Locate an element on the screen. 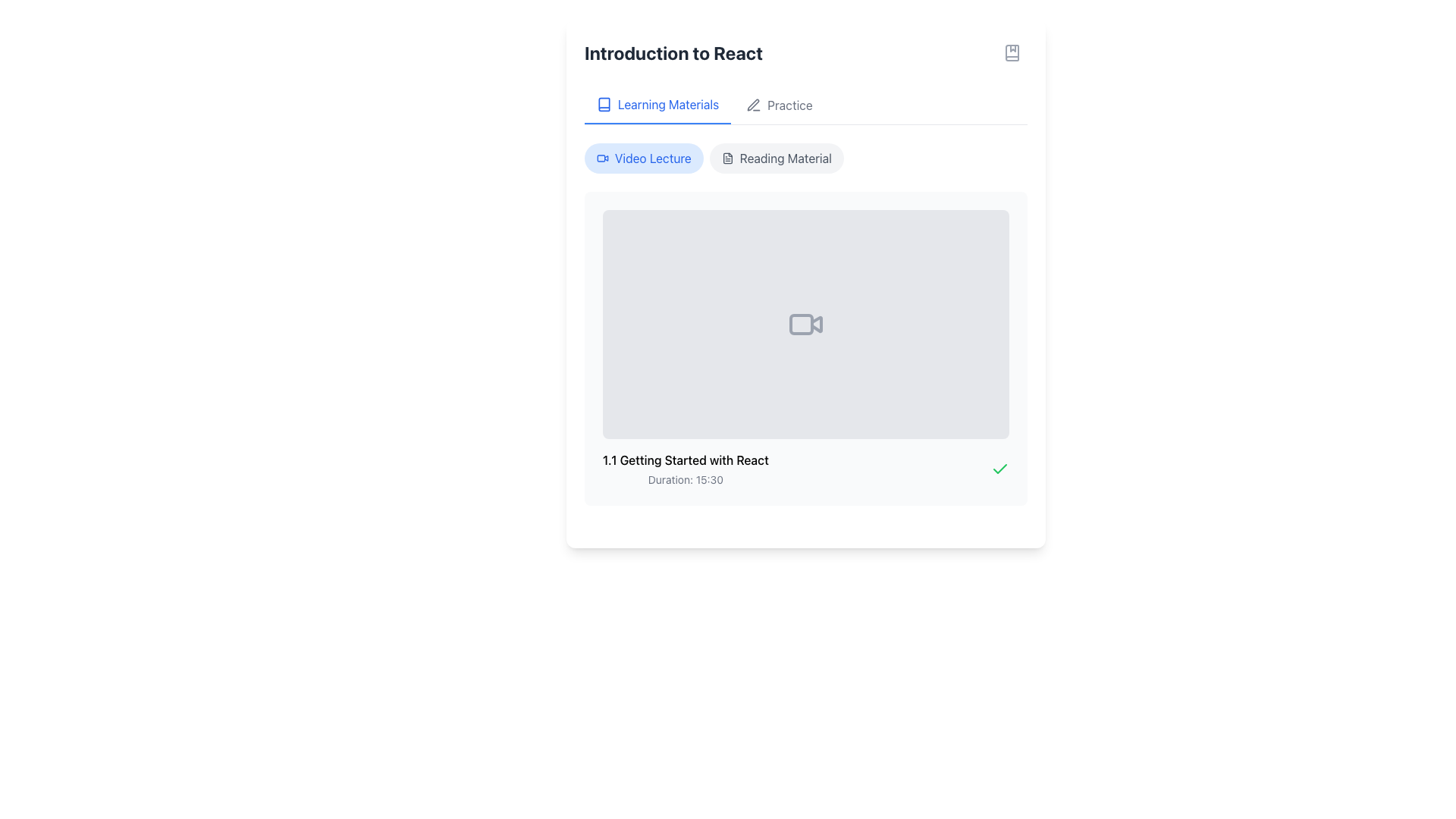 This screenshot has width=1456, height=819. the 'Practice' text label, which is styled in gray and is the rightmost option in a group of horizontally aligned selectable labels near the top center of the page is located at coordinates (789, 104).